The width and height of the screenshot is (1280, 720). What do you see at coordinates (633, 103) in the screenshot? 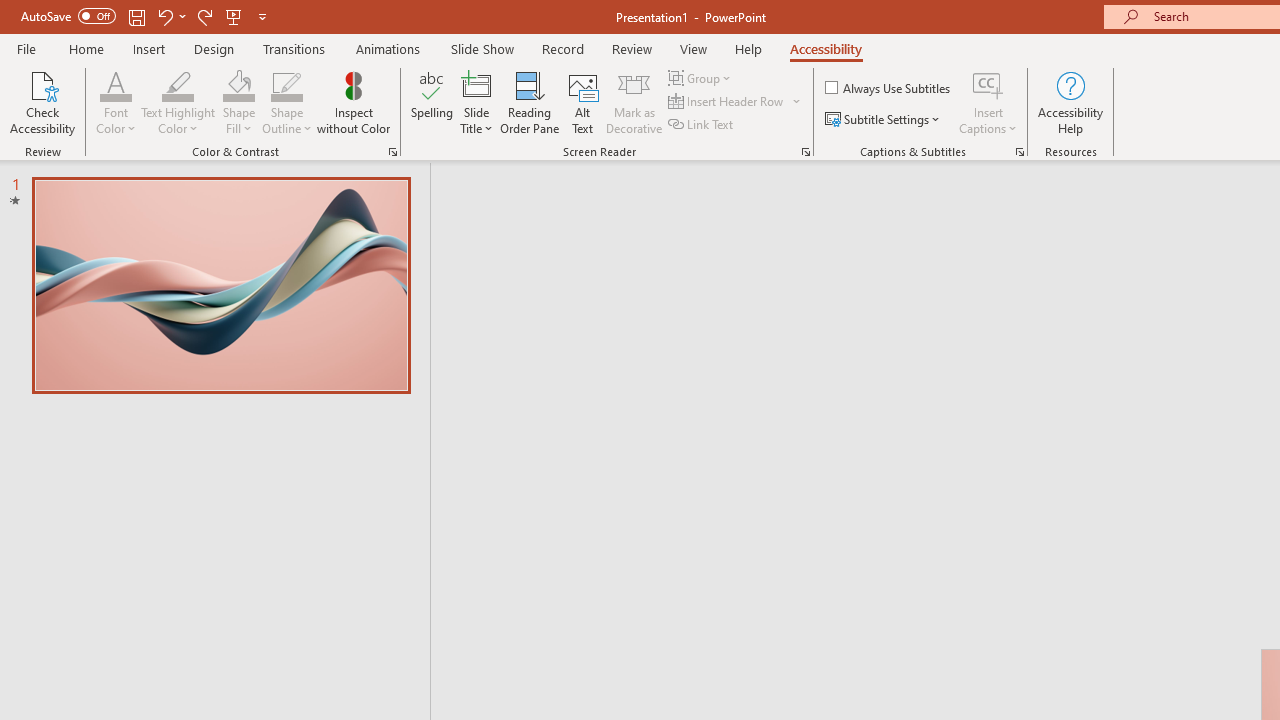
I see `'Mark as Decorative'` at bounding box center [633, 103].